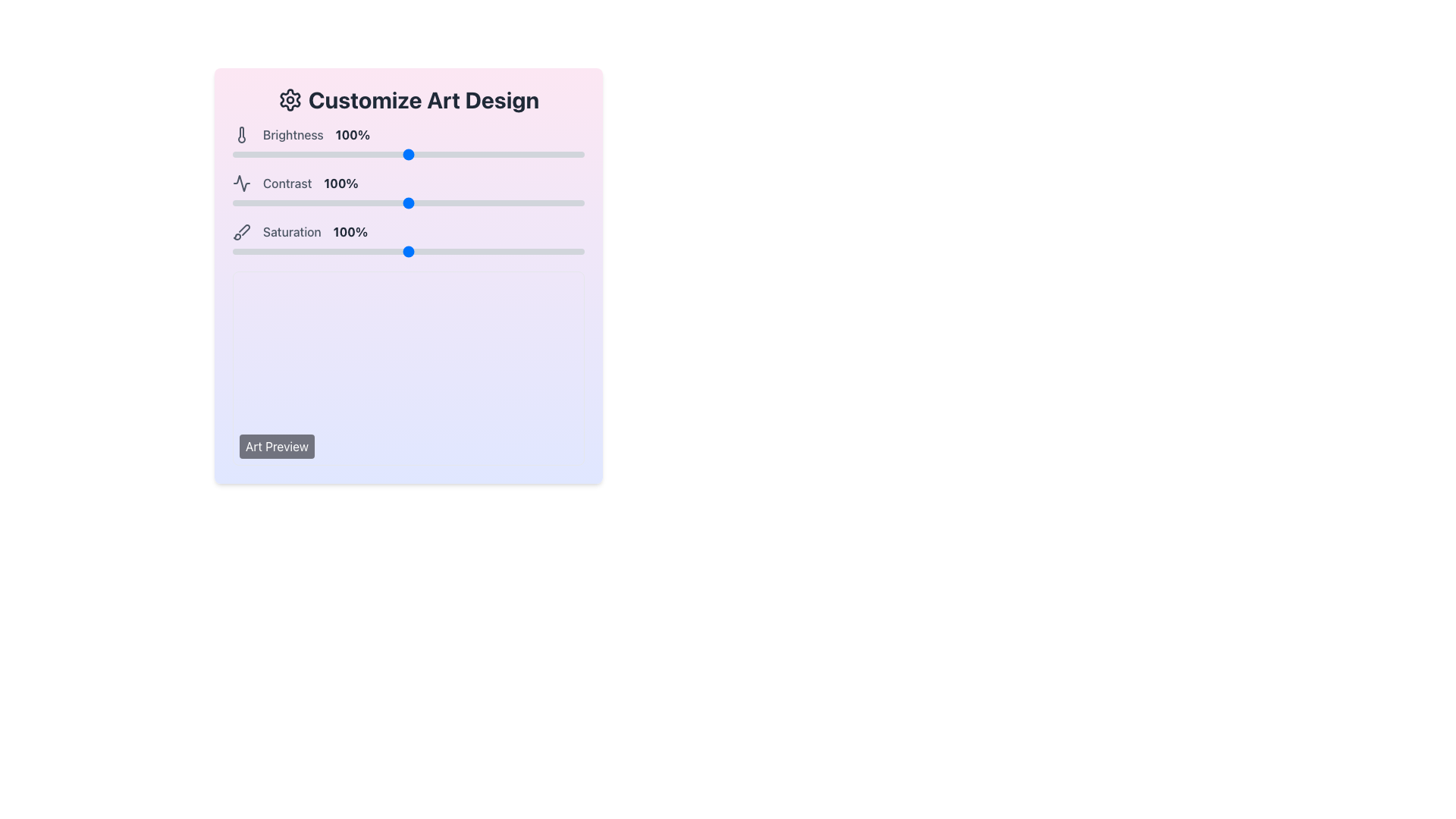 Image resolution: width=1456 pixels, height=819 pixels. Describe the element at coordinates (525, 155) in the screenshot. I see `brightness` at that location.